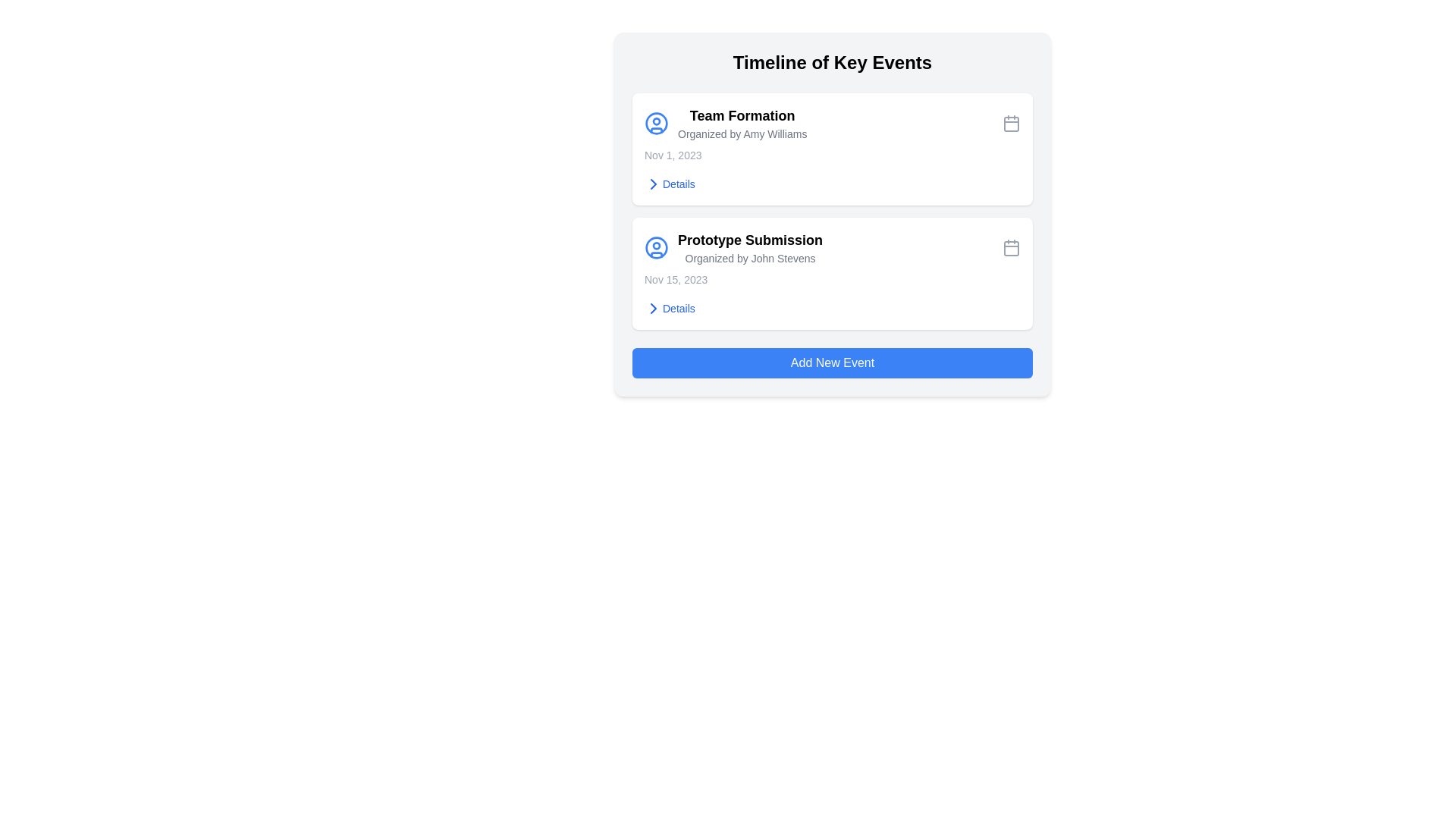 This screenshot has width=1456, height=819. What do you see at coordinates (1012, 124) in the screenshot?
I see `the main rectangular background of the calendar icon located beside the 'Team Formation' event title in the 'Timeline of Key Events' section` at bounding box center [1012, 124].